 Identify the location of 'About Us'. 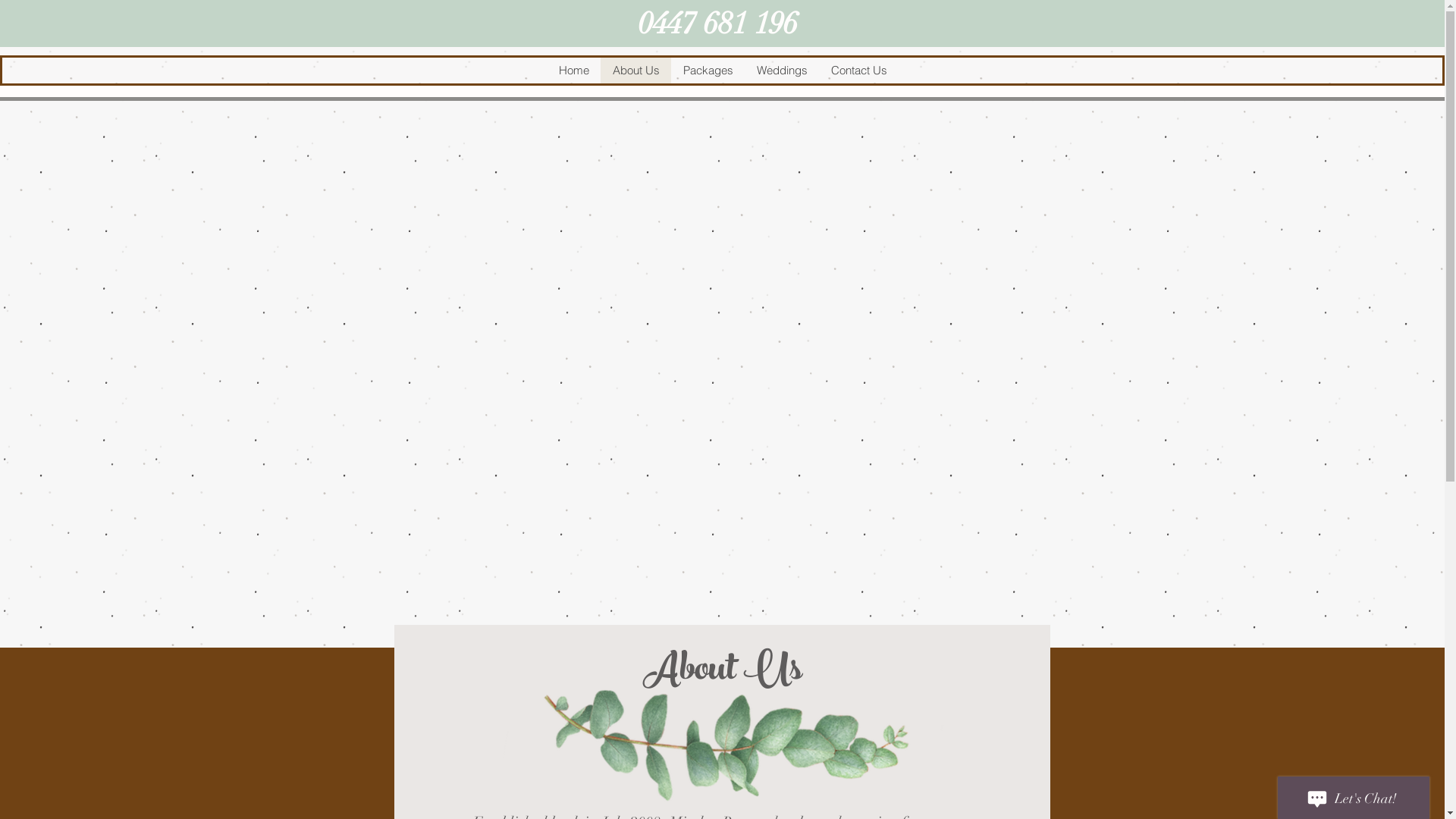
(635, 70).